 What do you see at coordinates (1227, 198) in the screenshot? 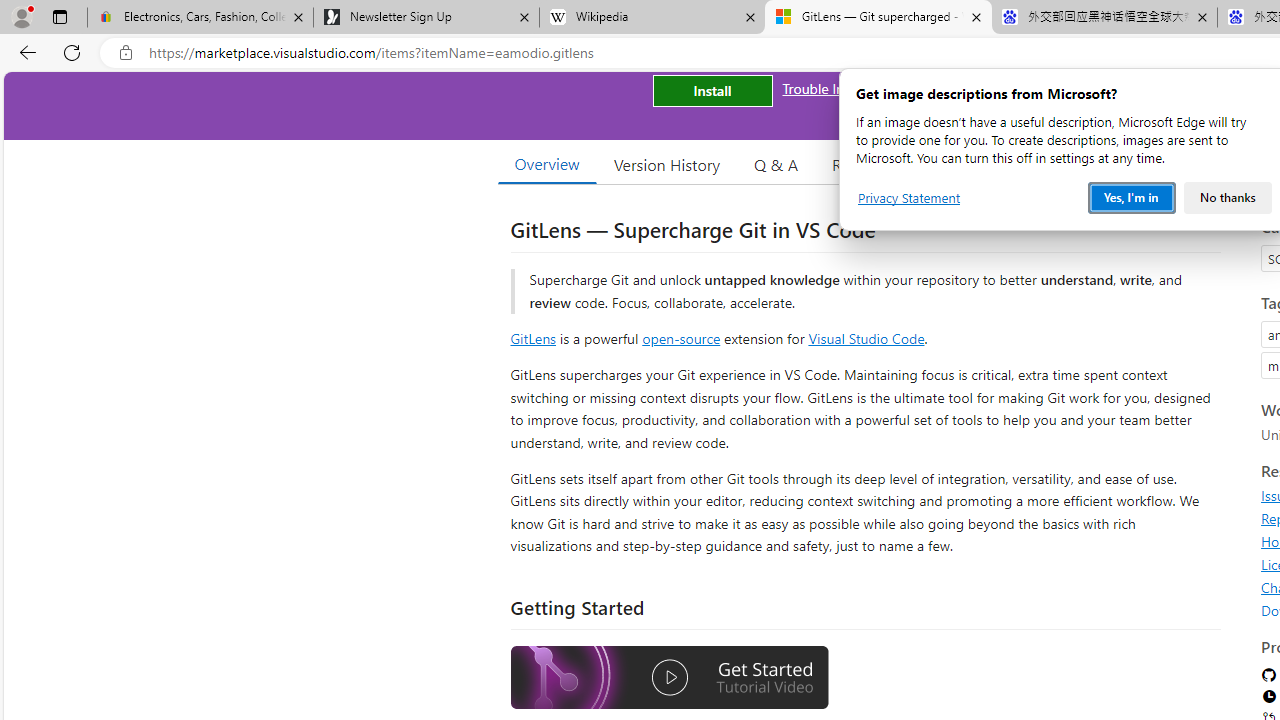
I see `'No thanks'` at bounding box center [1227, 198].